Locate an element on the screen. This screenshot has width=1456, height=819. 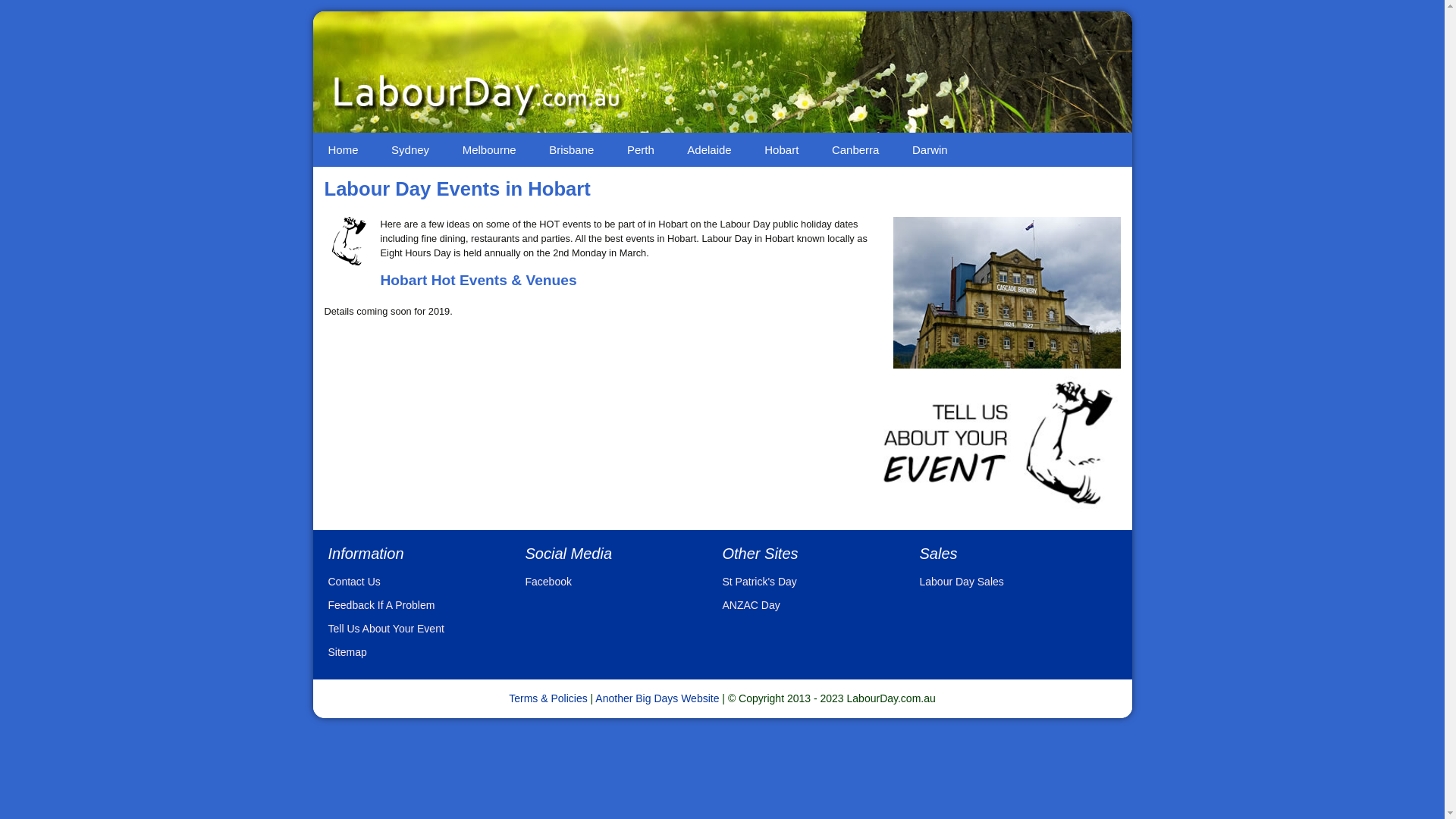
'Perth' is located at coordinates (640, 149).